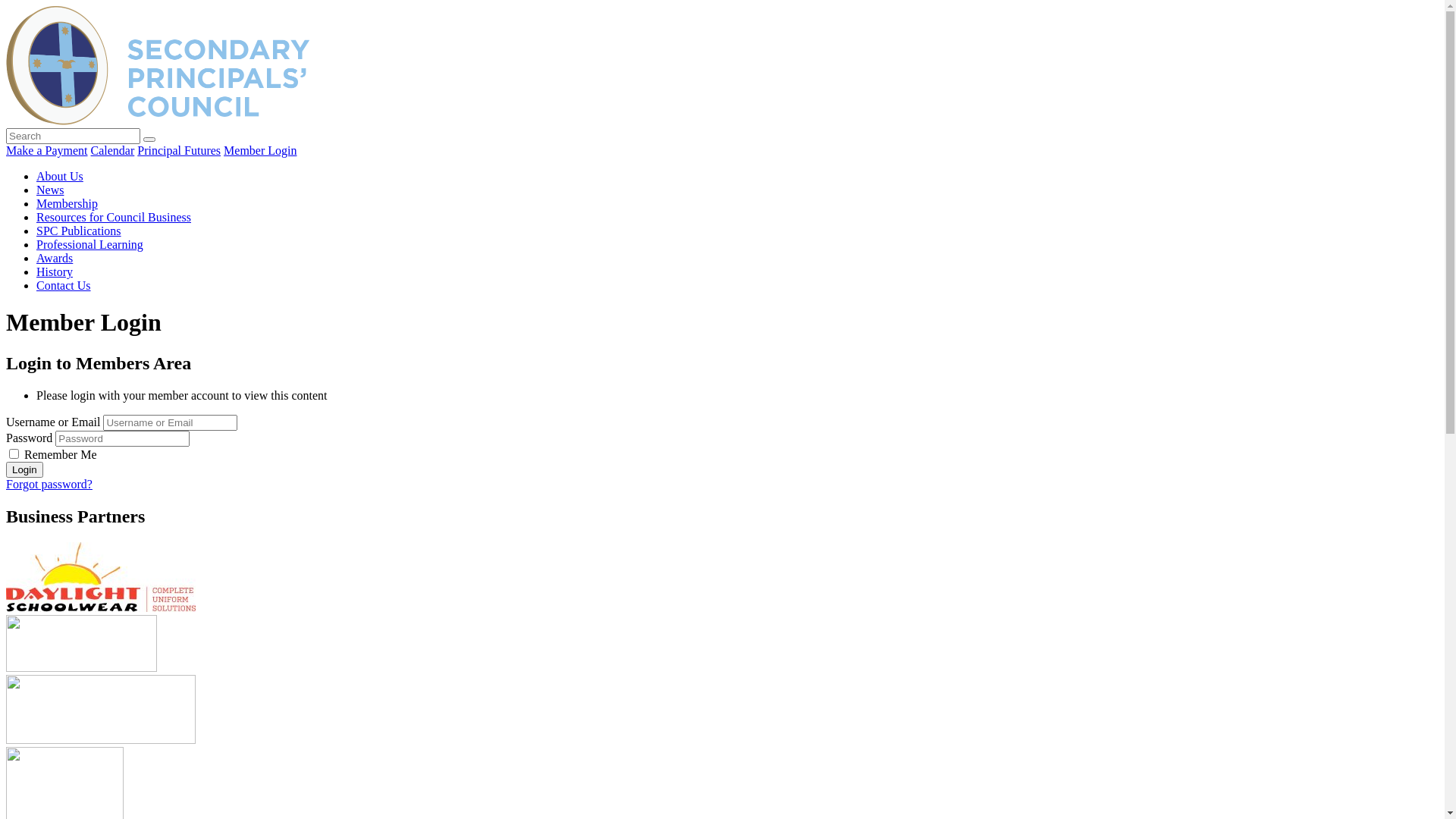 Image resolution: width=1456 pixels, height=819 pixels. Describe the element at coordinates (36, 257) in the screenshot. I see `'Awards'` at that location.